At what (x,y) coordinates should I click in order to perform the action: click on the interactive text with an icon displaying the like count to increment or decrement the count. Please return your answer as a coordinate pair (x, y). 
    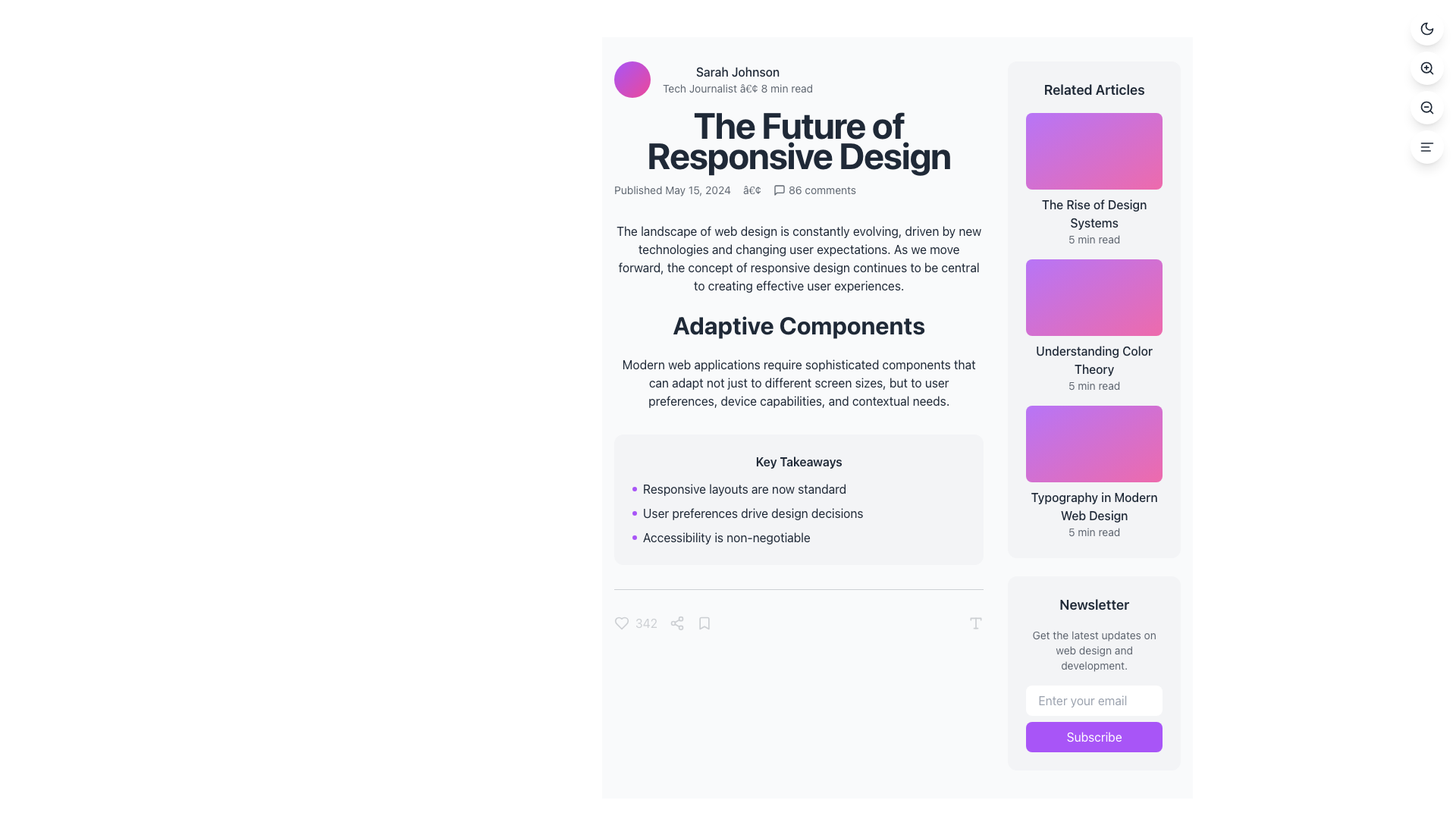
    Looking at the image, I should click on (635, 623).